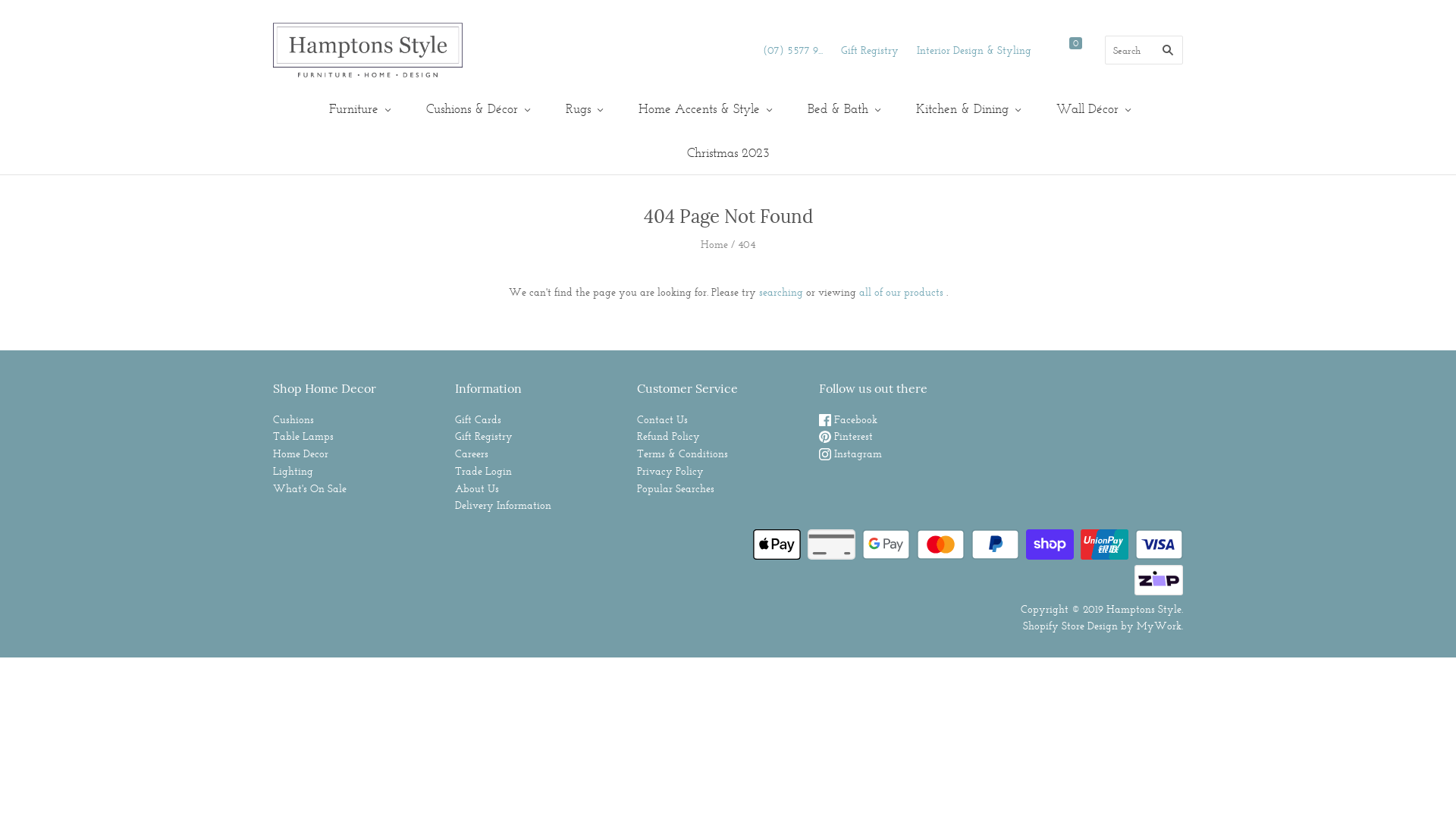 This screenshot has width=1456, height=819. I want to click on 'Kitchen & Dining', so click(965, 108).